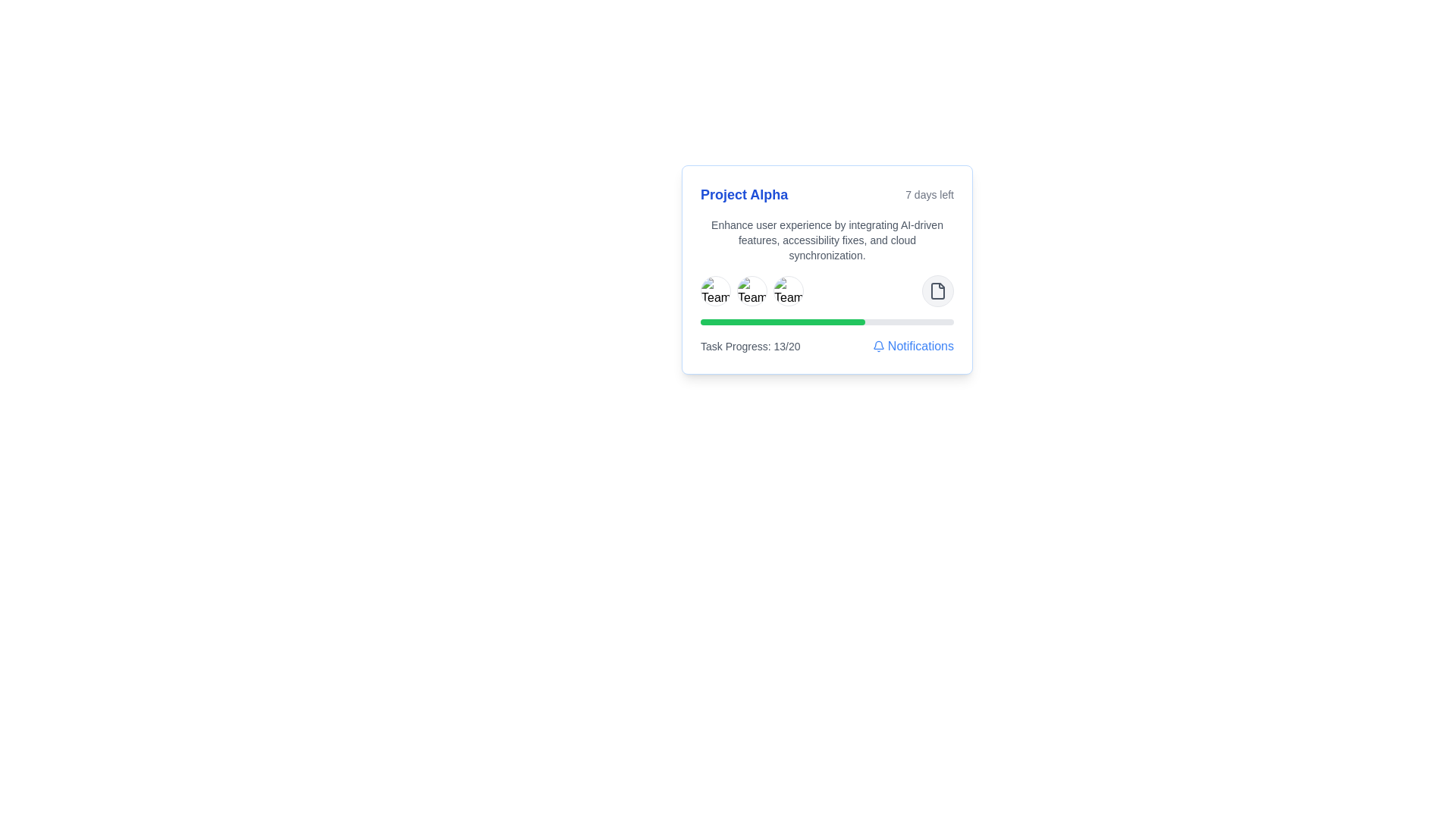 The width and height of the screenshot is (1456, 819). Describe the element at coordinates (715, 291) in the screenshot. I see `the first avatar image representing a team member in the 'Project Alpha' card` at that location.